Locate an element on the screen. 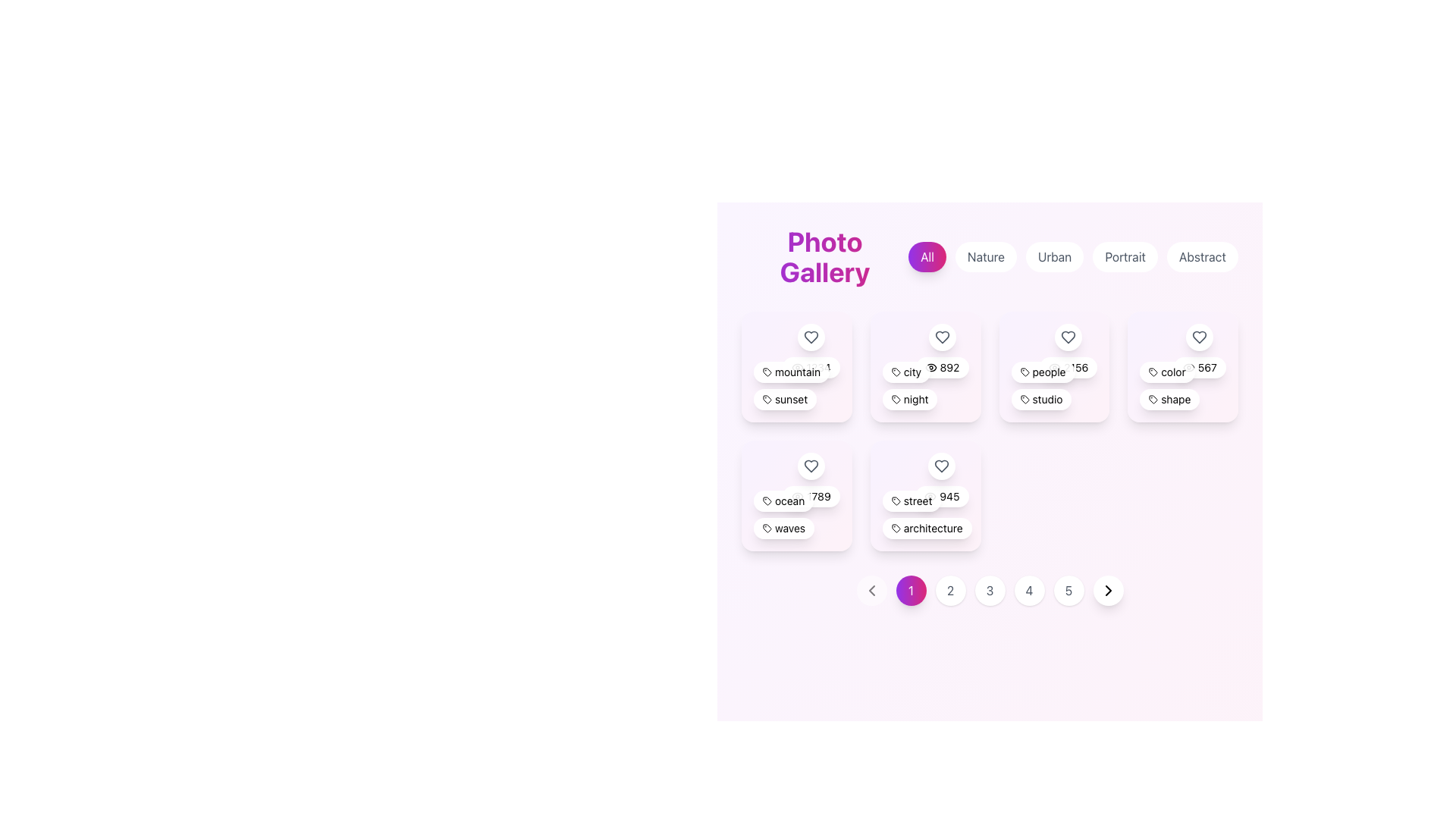 This screenshot has height=819, width=1456. the small tag-shaped icon located immediately before the word 'architecture' in the labeled interface component is located at coordinates (896, 527).